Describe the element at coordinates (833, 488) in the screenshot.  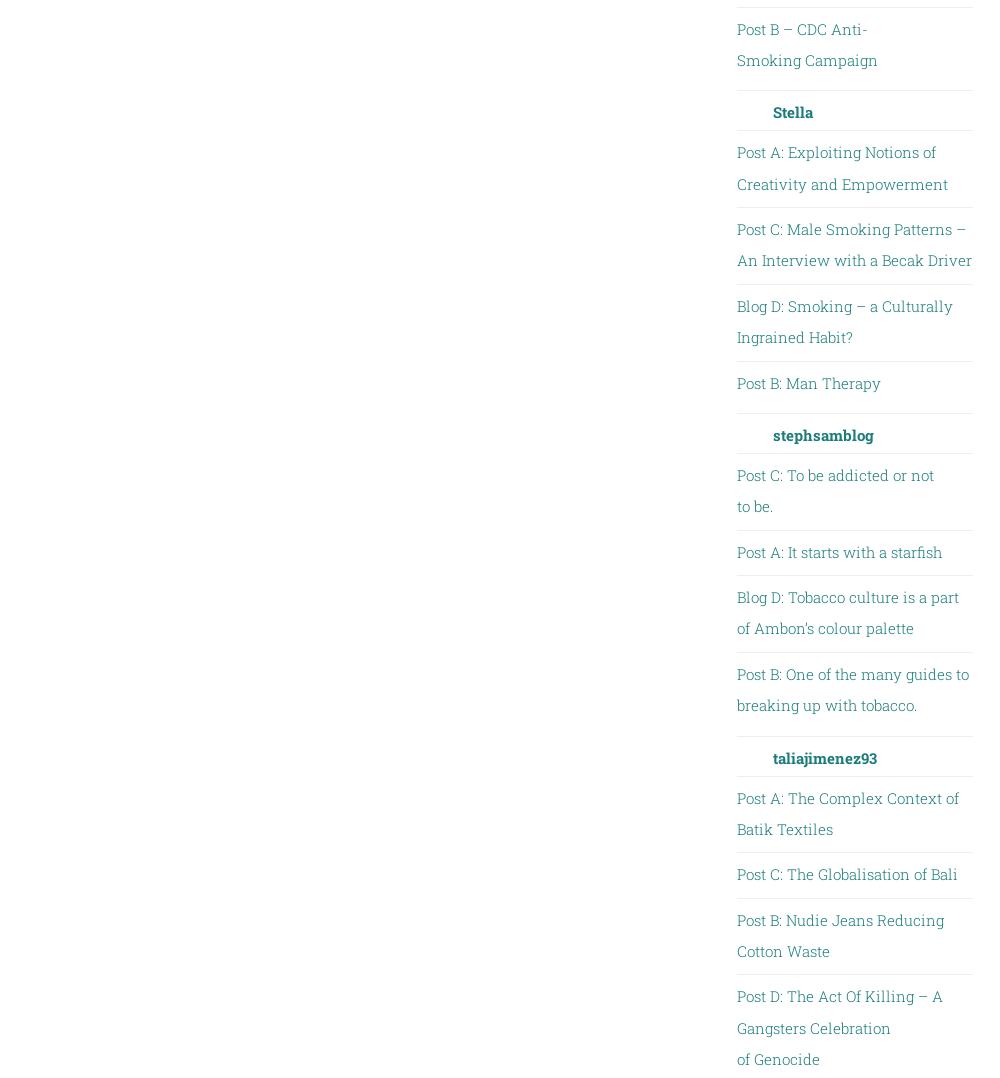
I see `'Post C: To be addicted or not to be.'` at that location.